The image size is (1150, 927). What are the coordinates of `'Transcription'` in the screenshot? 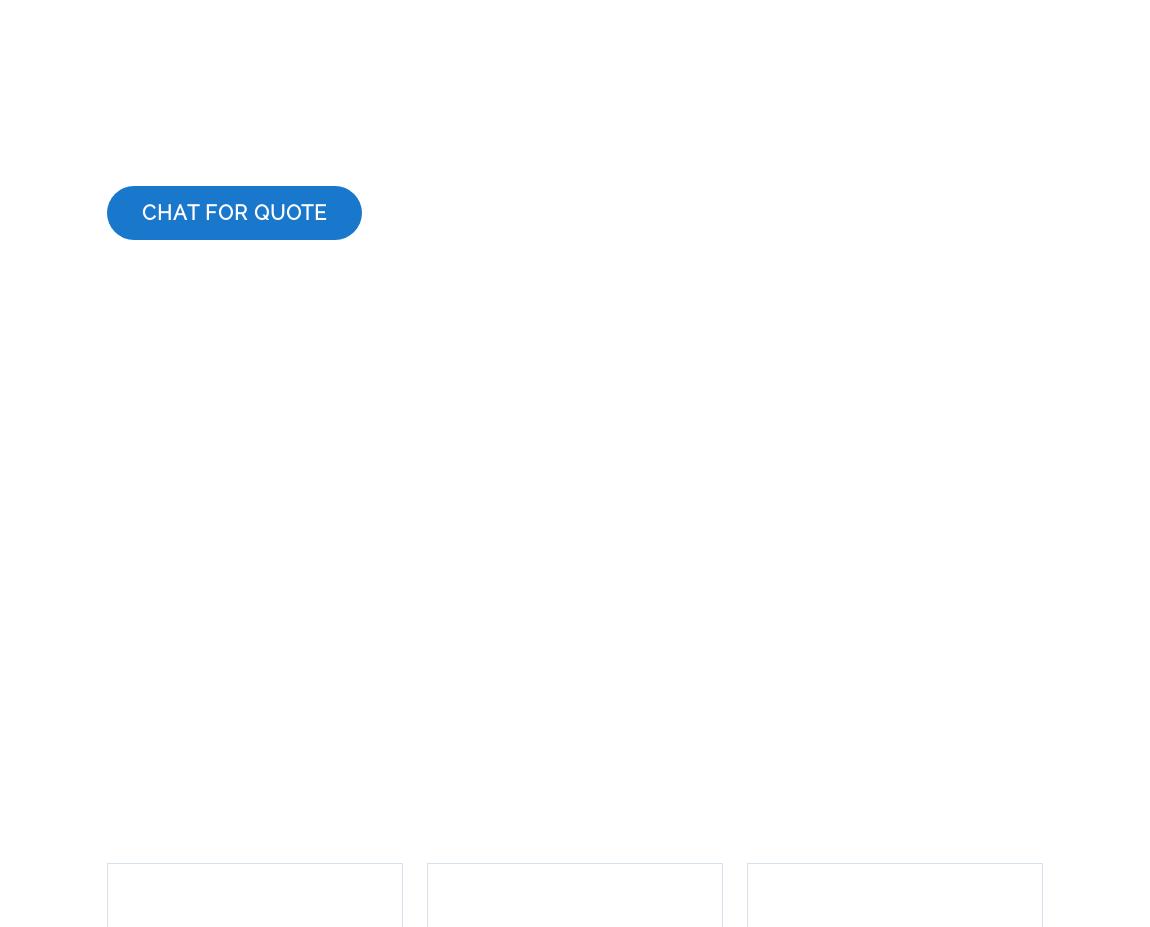 It's located at (171, 730).